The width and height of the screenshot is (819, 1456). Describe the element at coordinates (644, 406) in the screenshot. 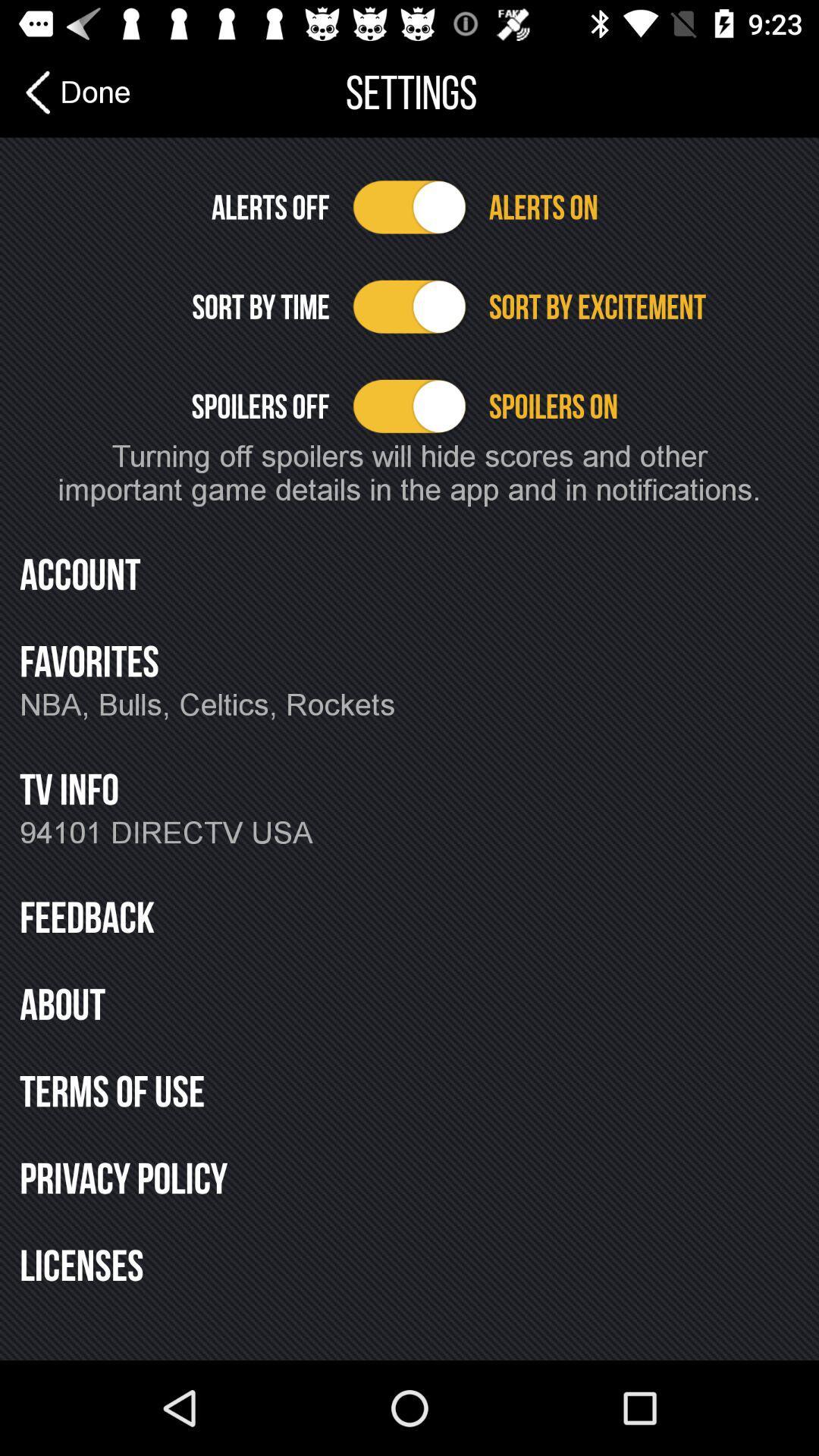

I see `the item above the turning off spoilers` at that location.